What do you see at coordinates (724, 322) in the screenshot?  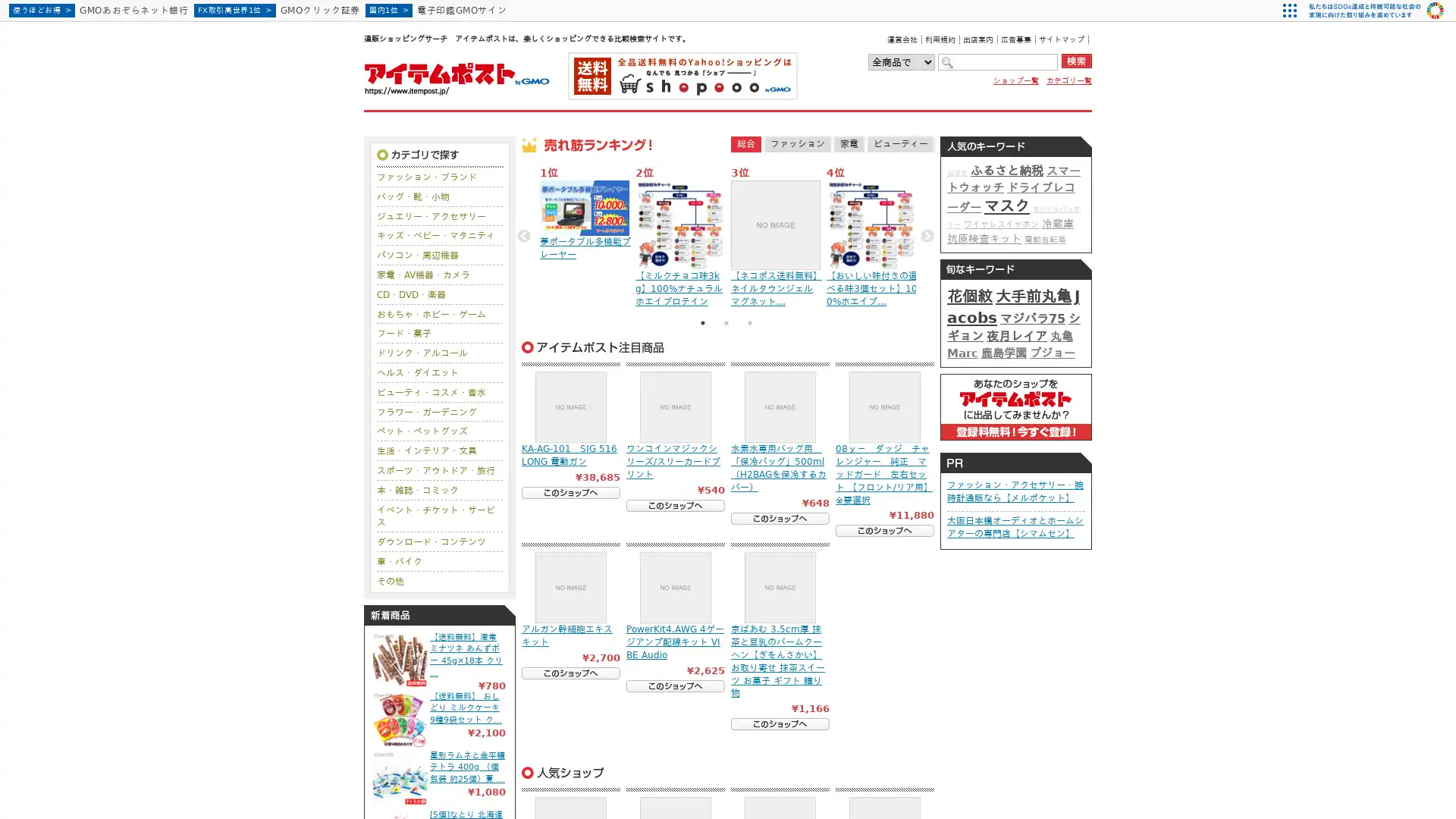 I see `2` at bounding box center [724, 322].